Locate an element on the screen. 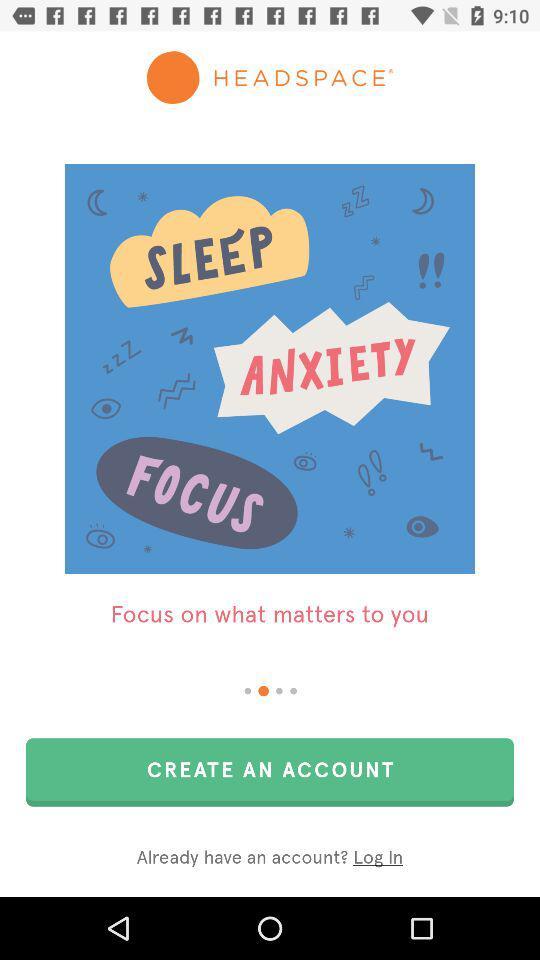  the already have an is located at coordinates (270, 857).